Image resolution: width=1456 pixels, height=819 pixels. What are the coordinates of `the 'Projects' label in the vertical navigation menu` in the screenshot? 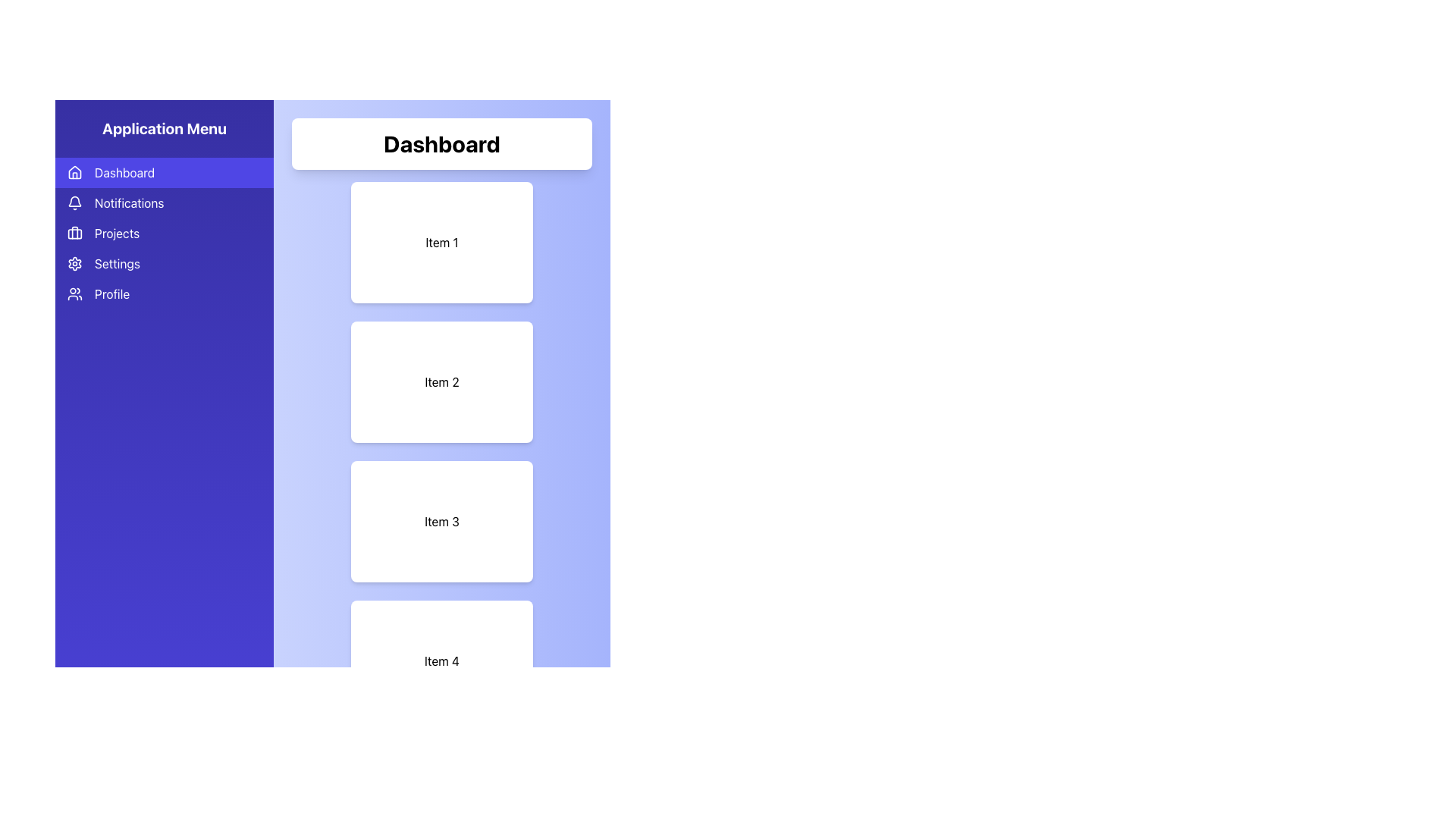 It's located at (116, 234).